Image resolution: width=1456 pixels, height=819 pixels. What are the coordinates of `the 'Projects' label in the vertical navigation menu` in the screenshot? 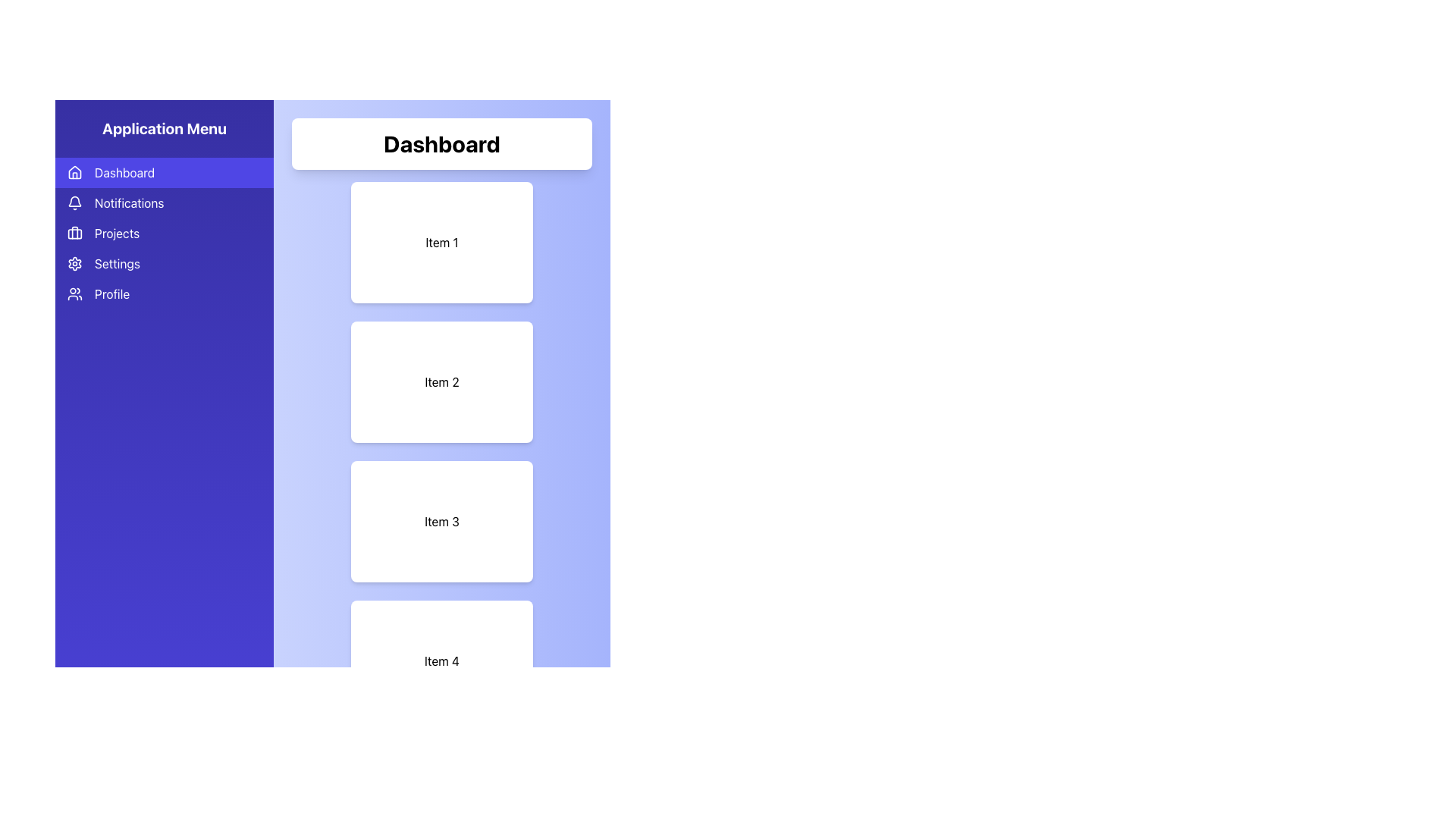 It's located at (116, 234).